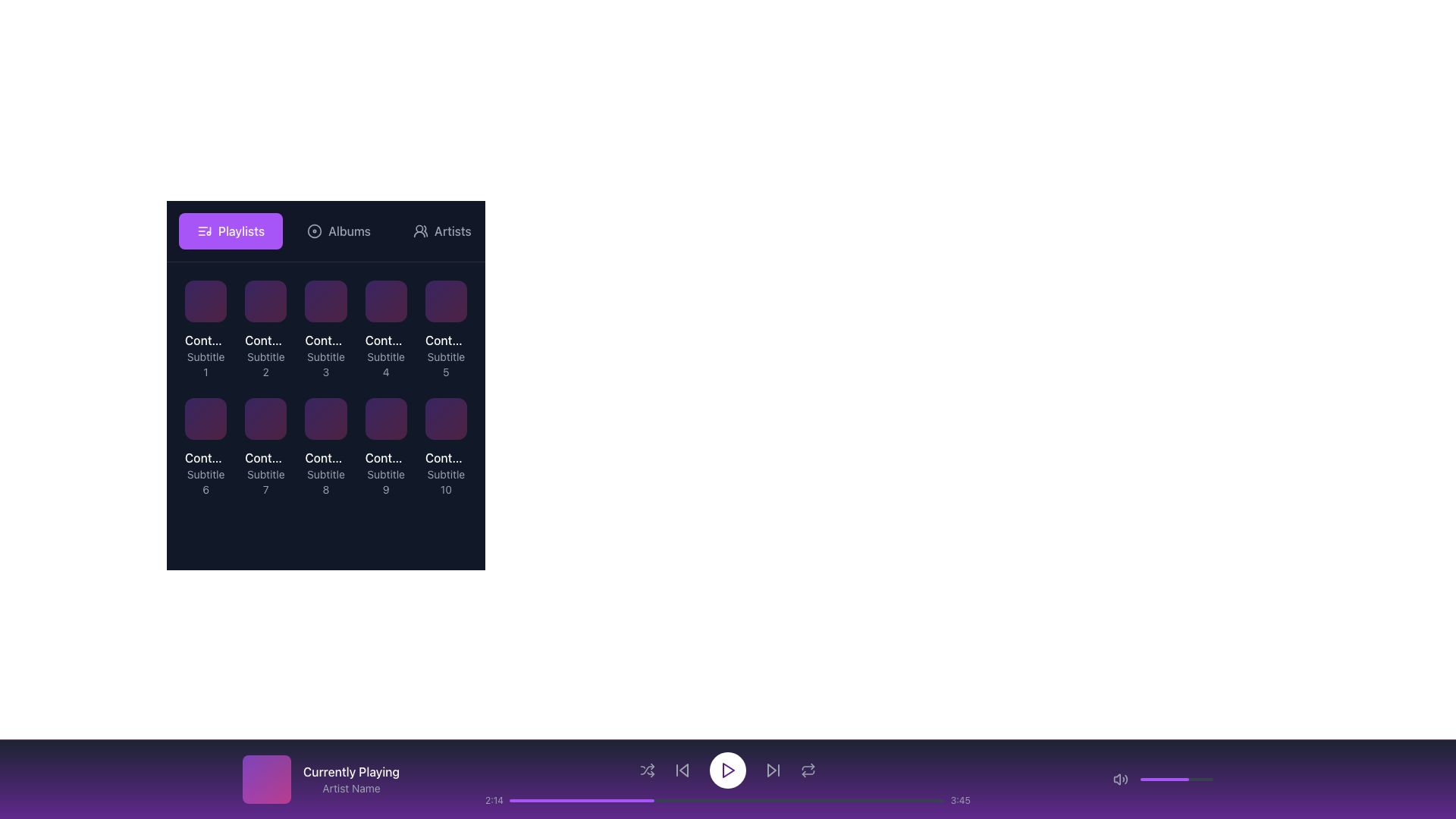 The image size is (1456, 819). Describe the element at coordinates (728, 770) in the screenshot. I see `the playback control button located centrally in the bottom control bar of the interface` at that location.